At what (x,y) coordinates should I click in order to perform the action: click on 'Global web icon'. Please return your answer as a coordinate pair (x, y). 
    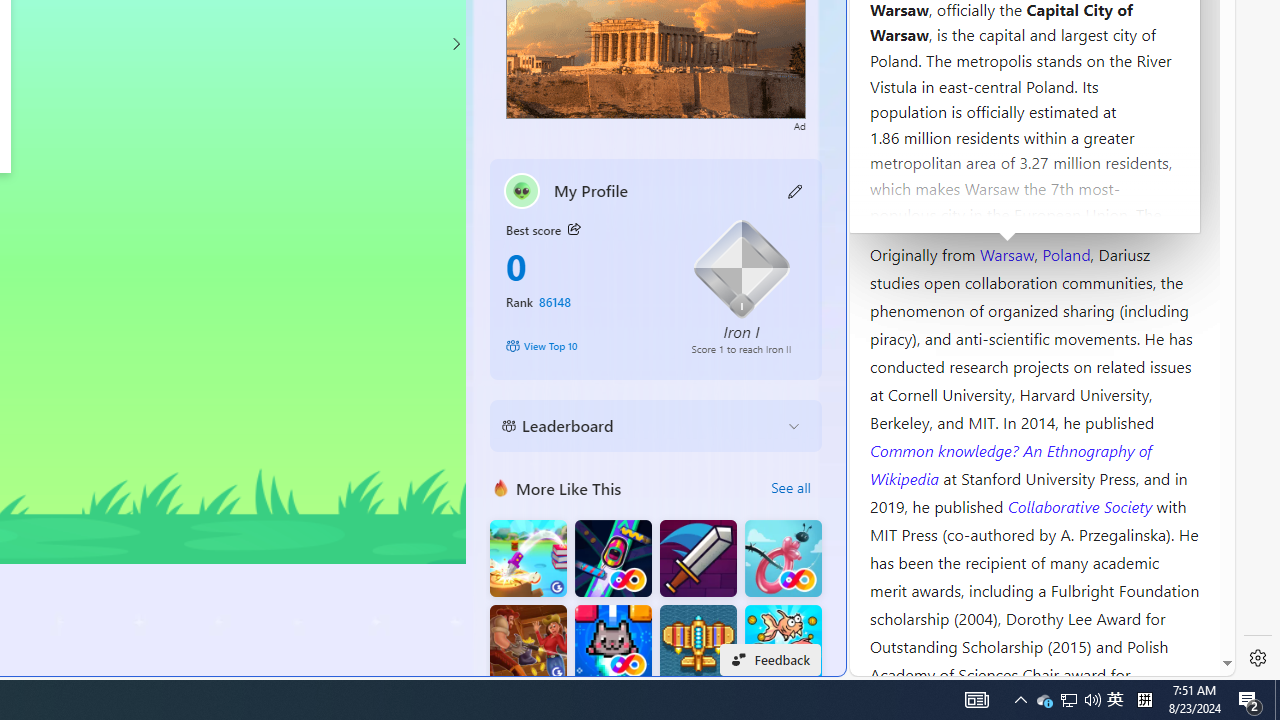
    Looking at the image, I should click on (887, 663).